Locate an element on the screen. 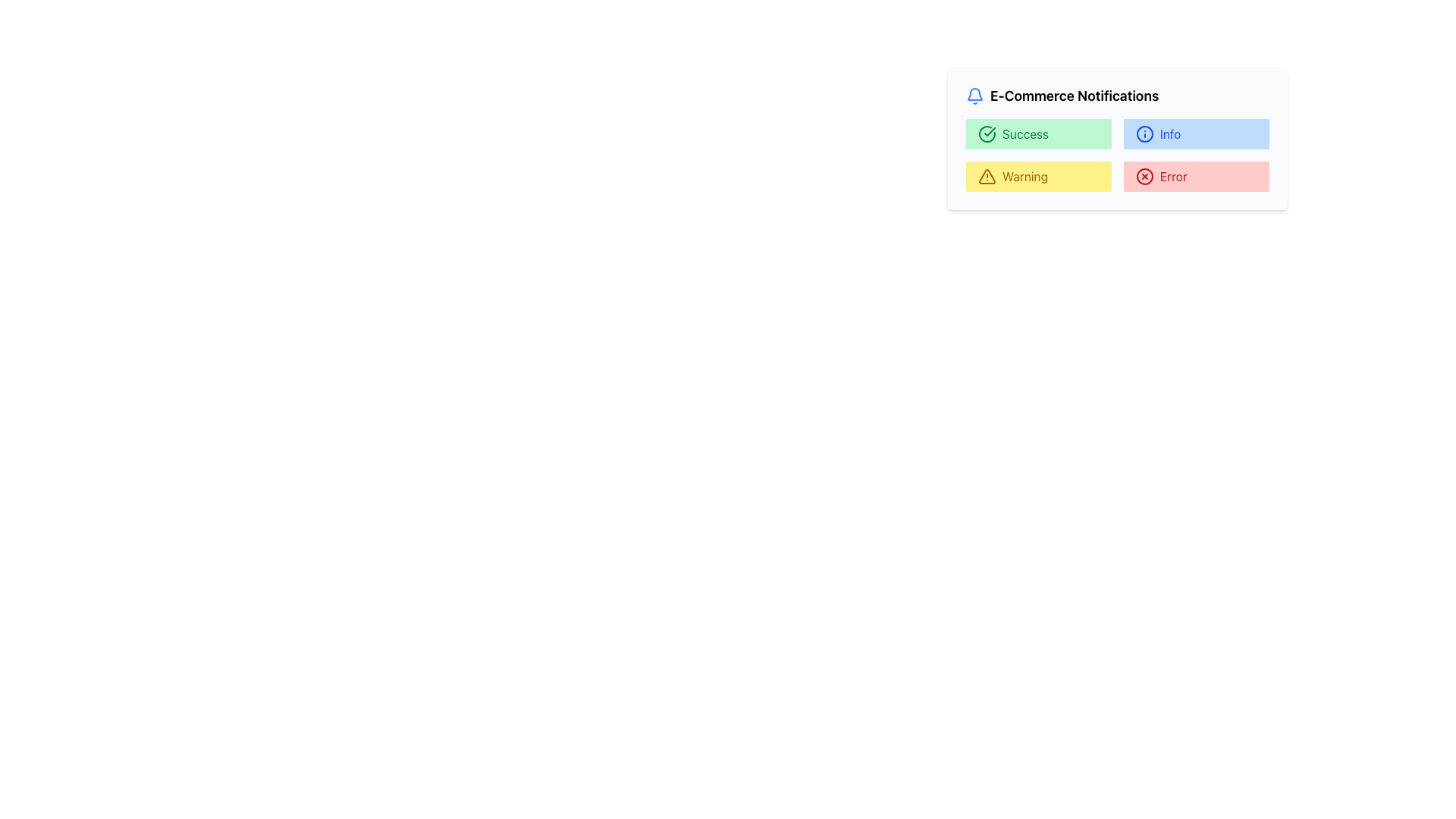 This screenshot has height=819, width=1456. the blue notification bell icon located at the top-left corner of the notification panel, specifically targeting the left side of its base curve is located at coordinates (975, 94).